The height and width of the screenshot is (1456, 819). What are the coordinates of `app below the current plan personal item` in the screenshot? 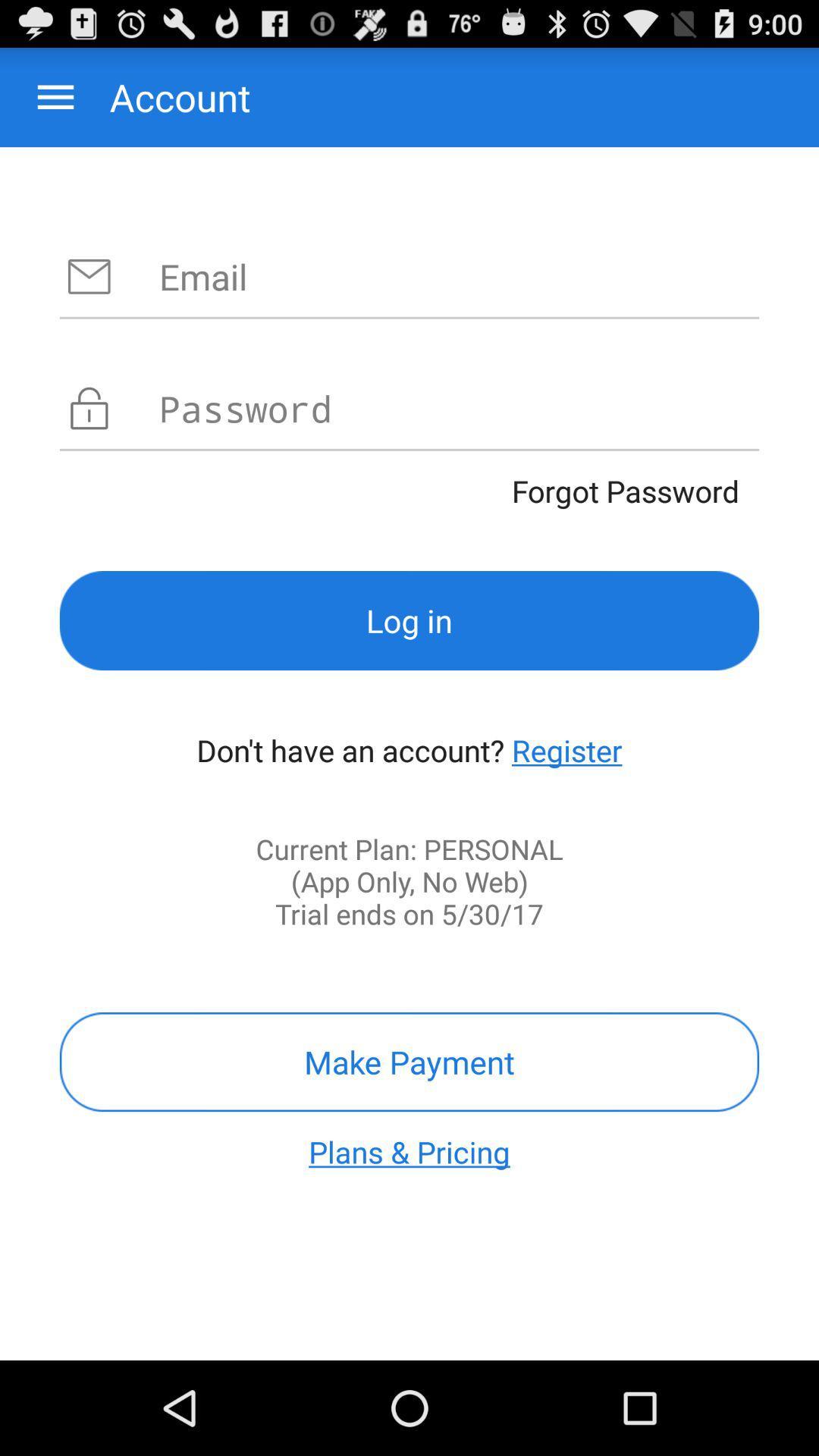 It's located at (409, 1061).